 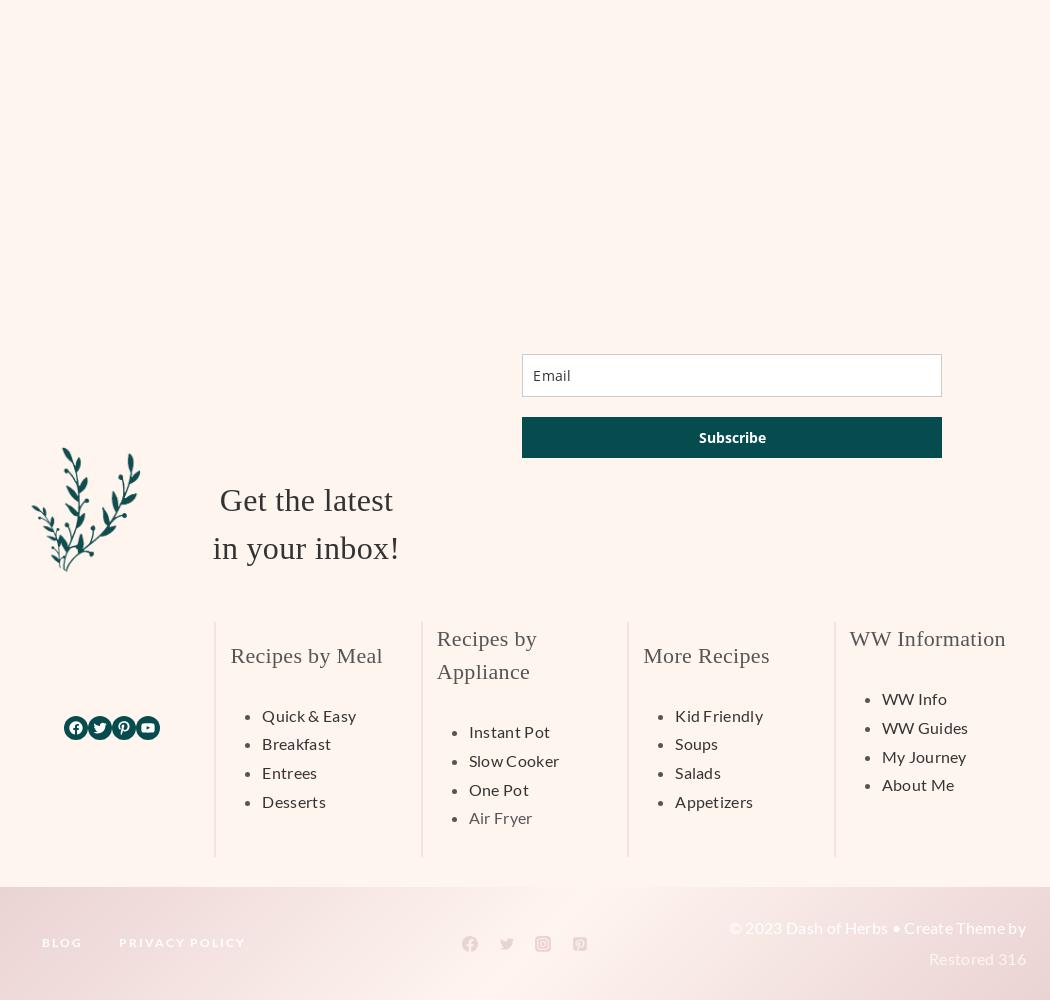 I want to click on 'WW Info', so click(x=913, y=697).